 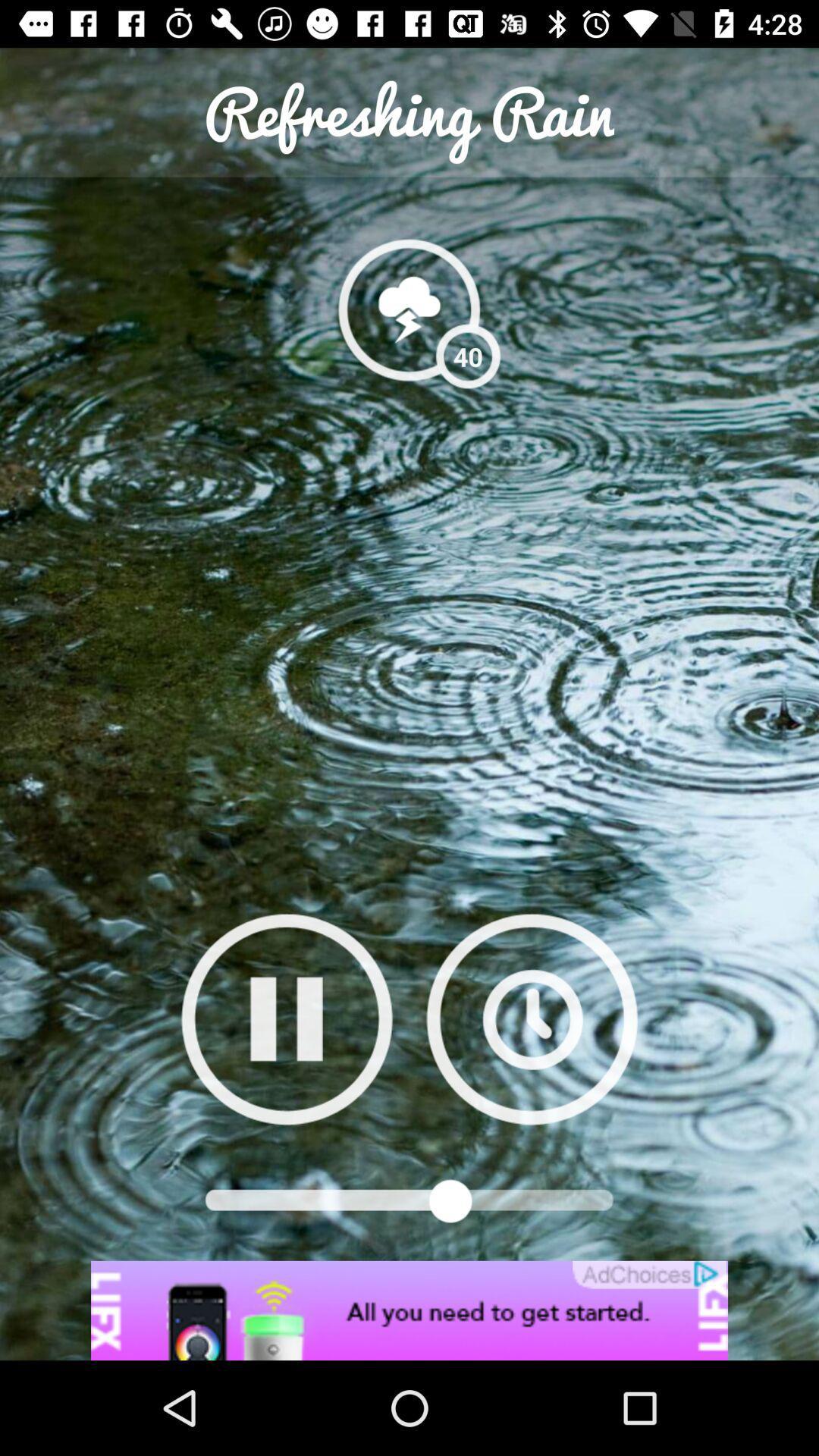 I want to click on to go youtube, so click(x=287, y=1018).